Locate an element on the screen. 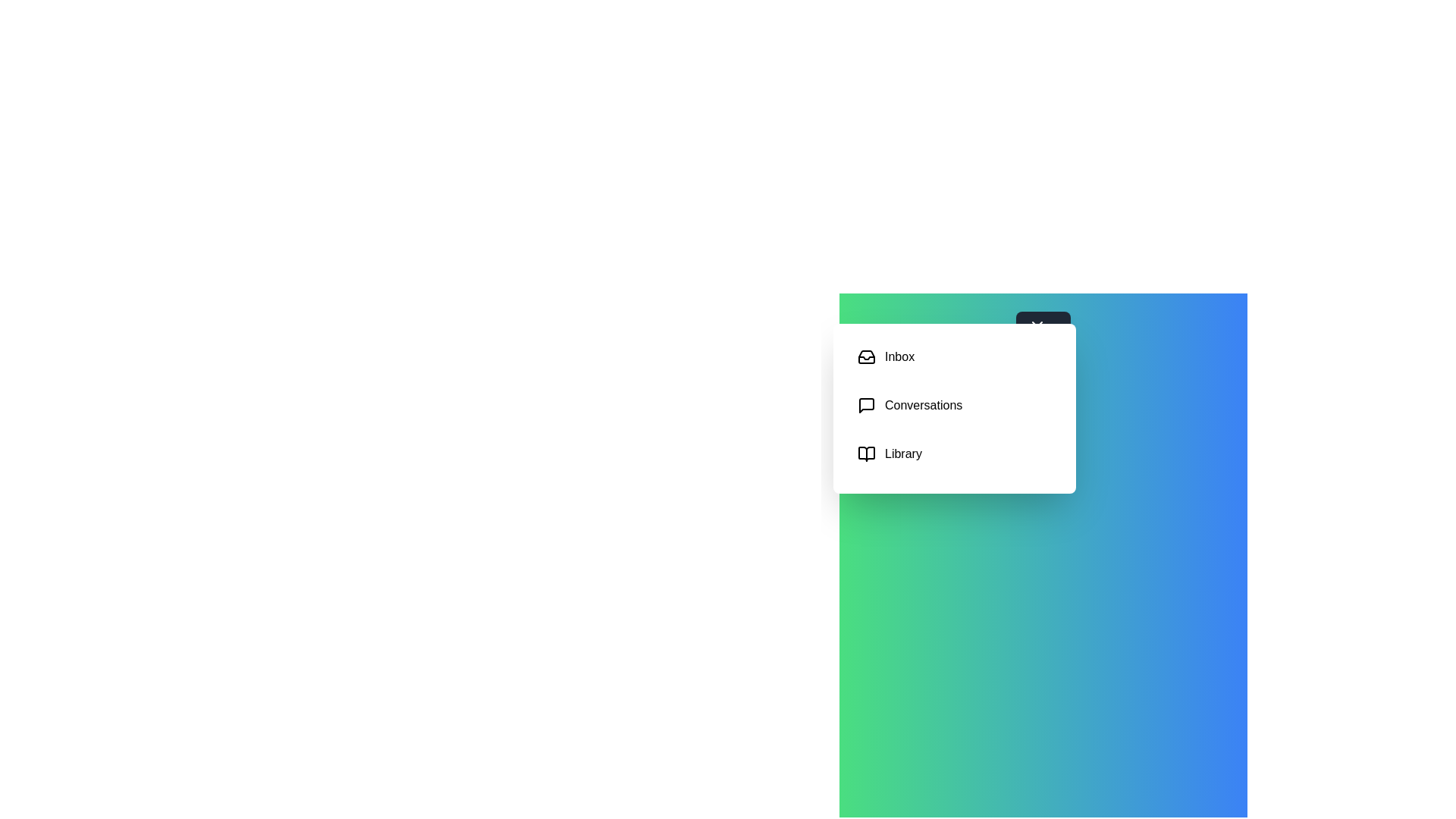 The width and height of the screenshot is (1456, 819). the category Inbox to observe the hover effect is located at coordinates (953, 356).